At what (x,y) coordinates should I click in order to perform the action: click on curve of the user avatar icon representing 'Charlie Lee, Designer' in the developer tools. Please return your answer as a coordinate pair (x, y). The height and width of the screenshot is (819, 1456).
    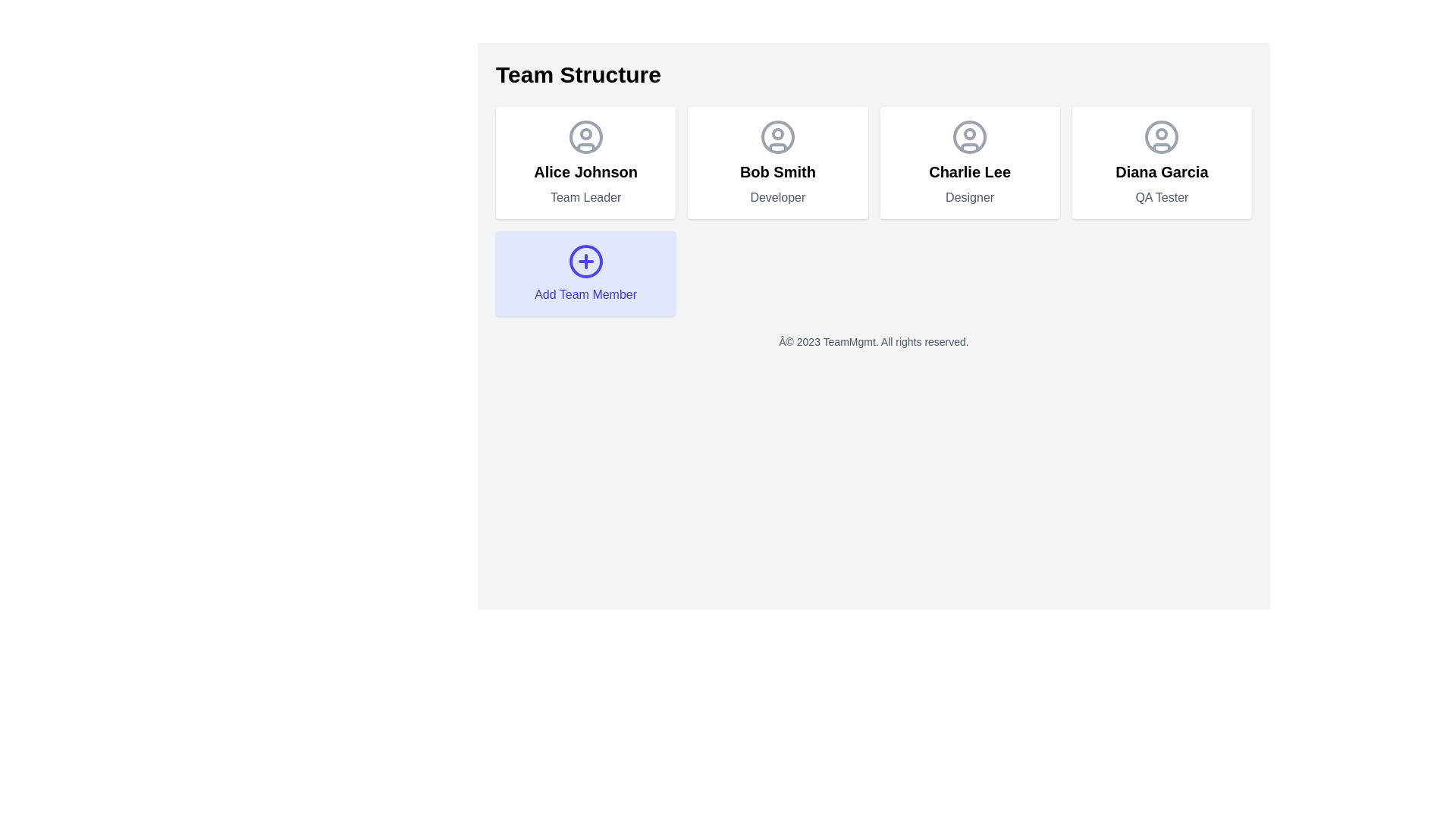
    Looking at the image, I should click on (969, 147).